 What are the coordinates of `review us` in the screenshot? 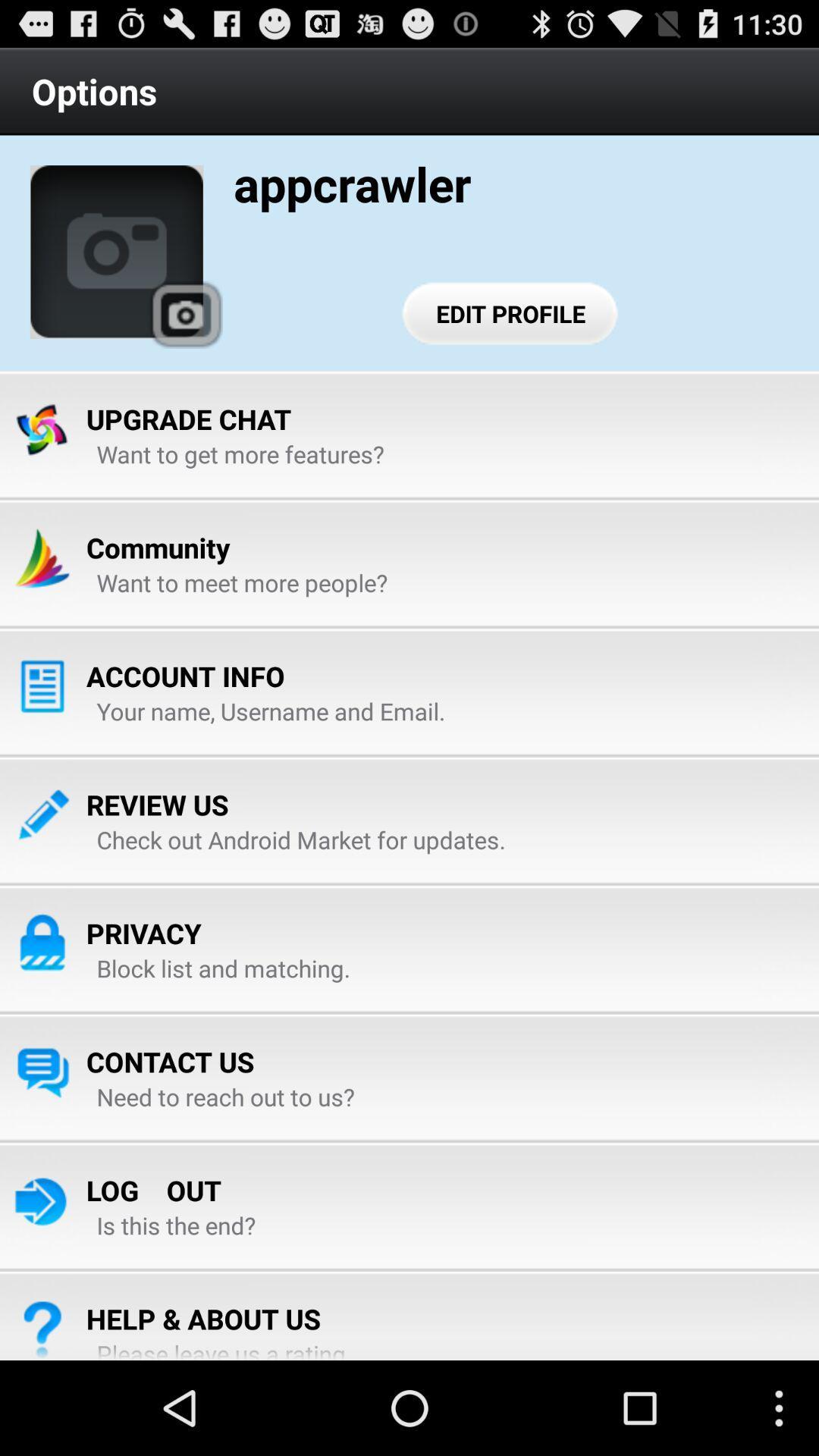 It's located at (157, 804).